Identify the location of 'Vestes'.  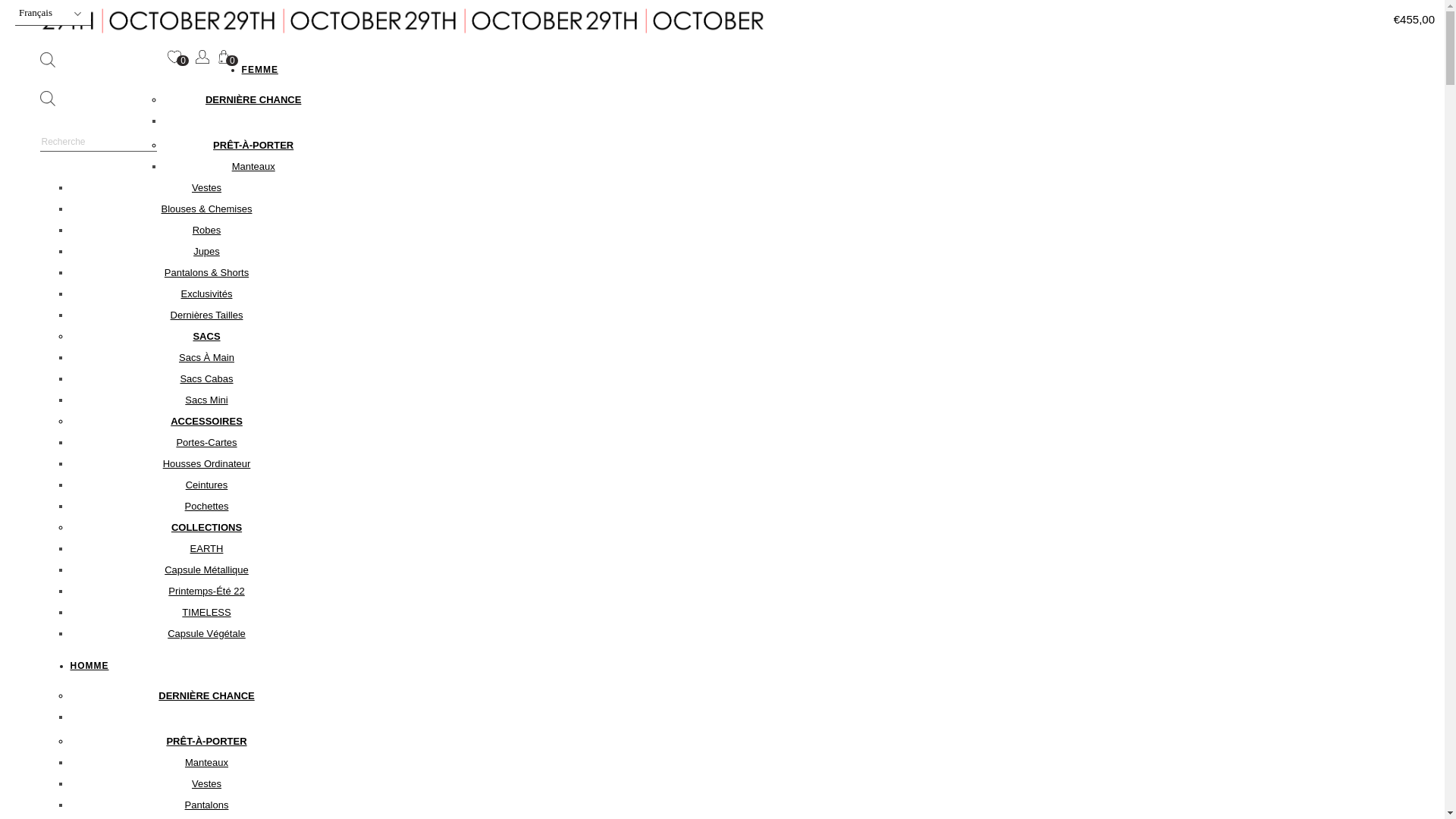
(206, 187).